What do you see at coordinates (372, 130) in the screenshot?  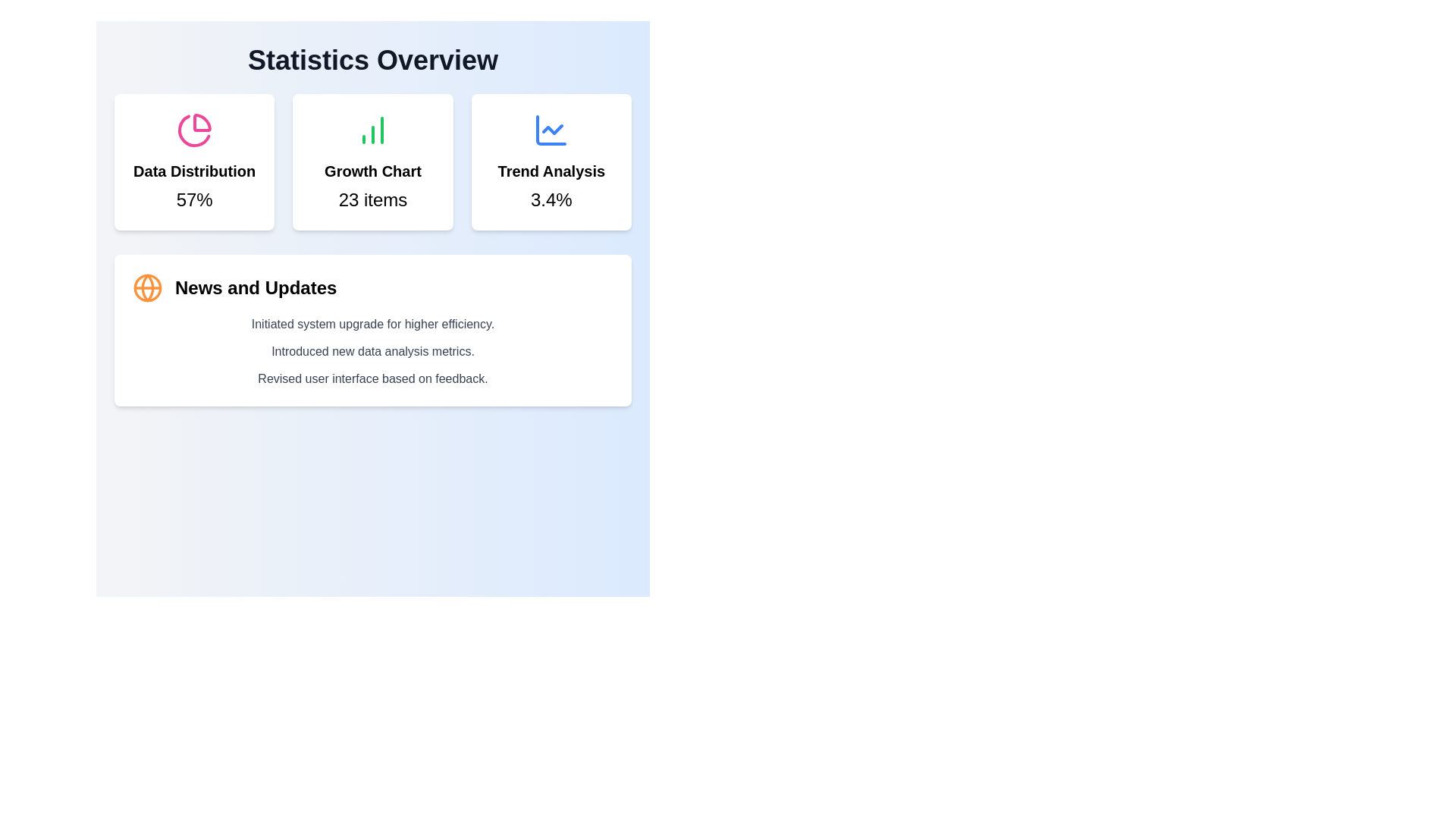 I see `the growth improvement icon located inside the 'Growth Chart' card with the subtitle '23 items', positioned centrally among three cards in the second row of the interface` at bounding box center [372, 130].